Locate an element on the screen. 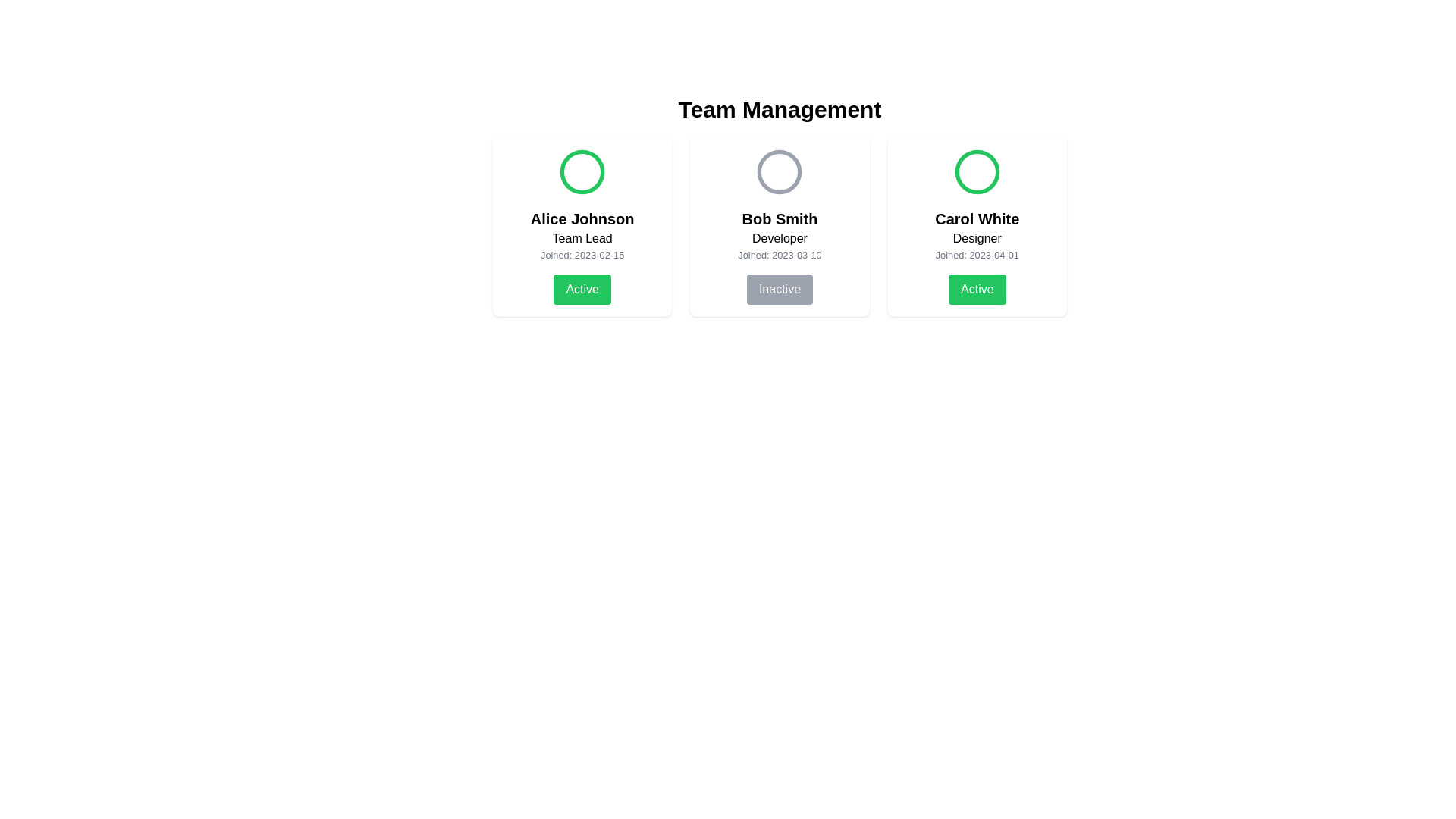 This screenshot has height=819, width=1456. the static text label displaying the joining date of the user 'Carol White', positioned below the 'Designer' role label and above the 'Active' status button in the profile card is located at coordinates (977, 254).